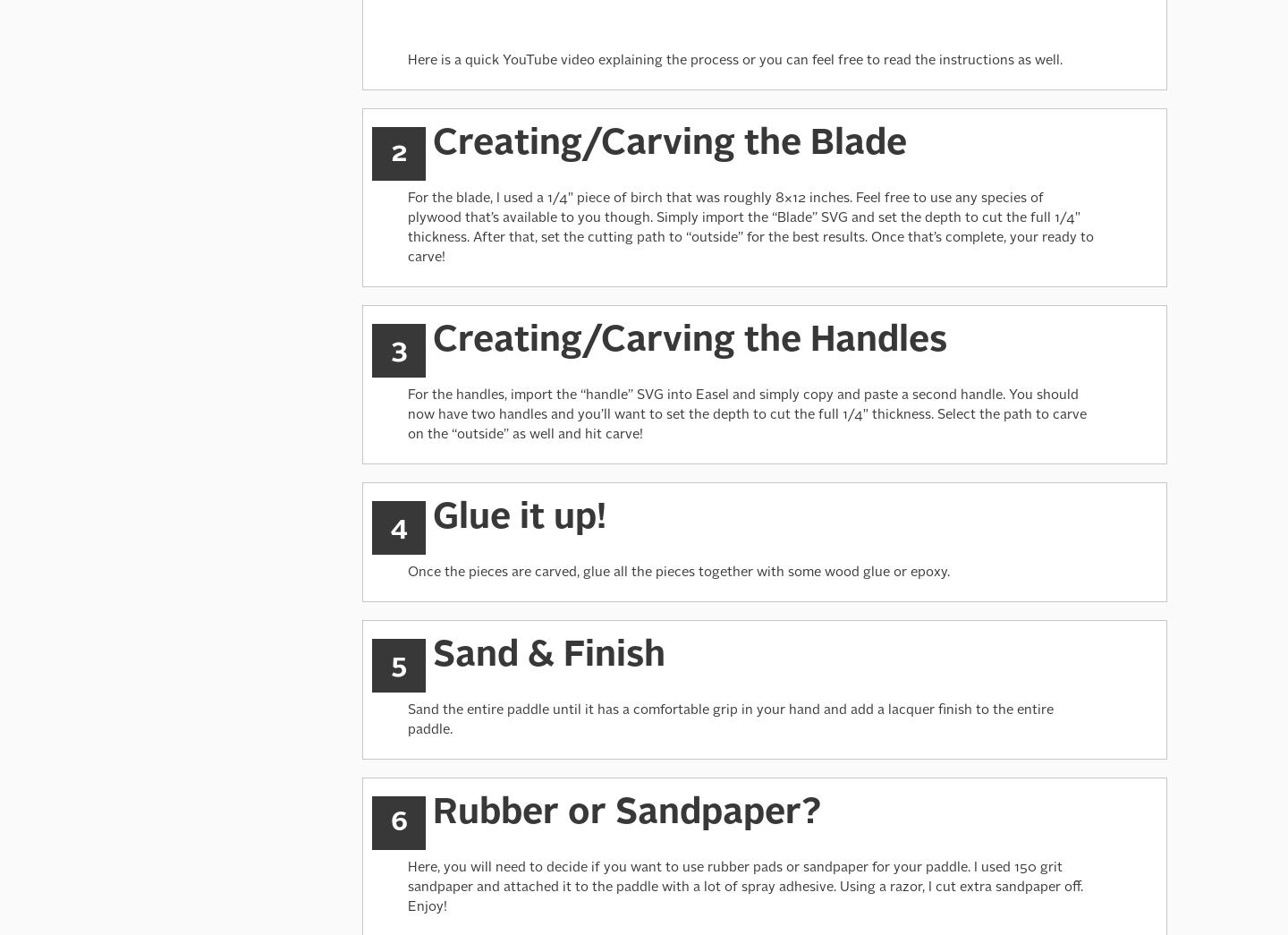 The image size is (1288, 935). What do you see at coordinates (398, 525) in the screenshot?
I see `'4'` at bounding box center [398, 525].